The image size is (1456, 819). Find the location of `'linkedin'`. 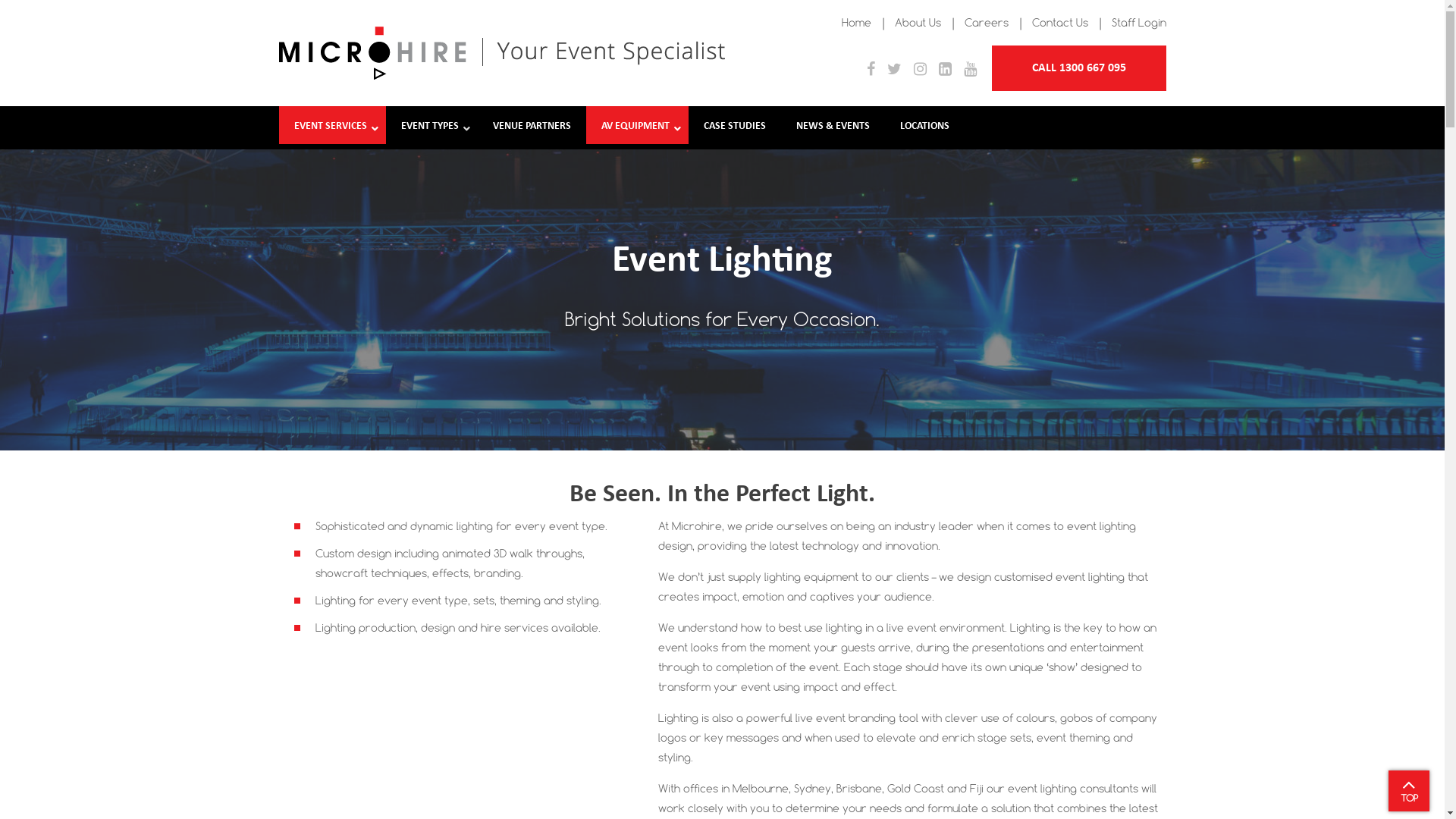

'linkedin' is located at coordinates (944, 70).